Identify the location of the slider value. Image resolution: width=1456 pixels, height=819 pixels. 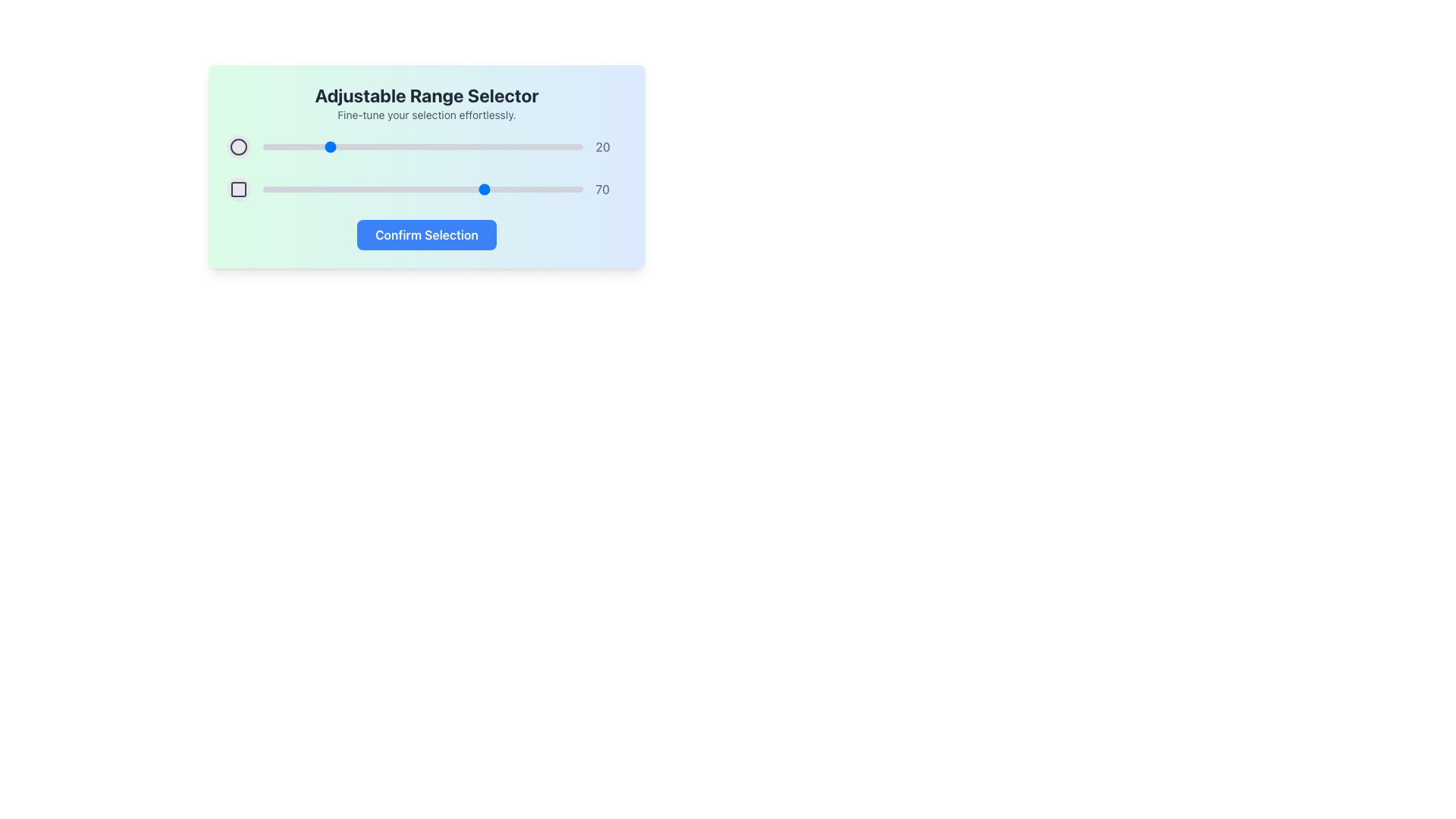
(269, 189).